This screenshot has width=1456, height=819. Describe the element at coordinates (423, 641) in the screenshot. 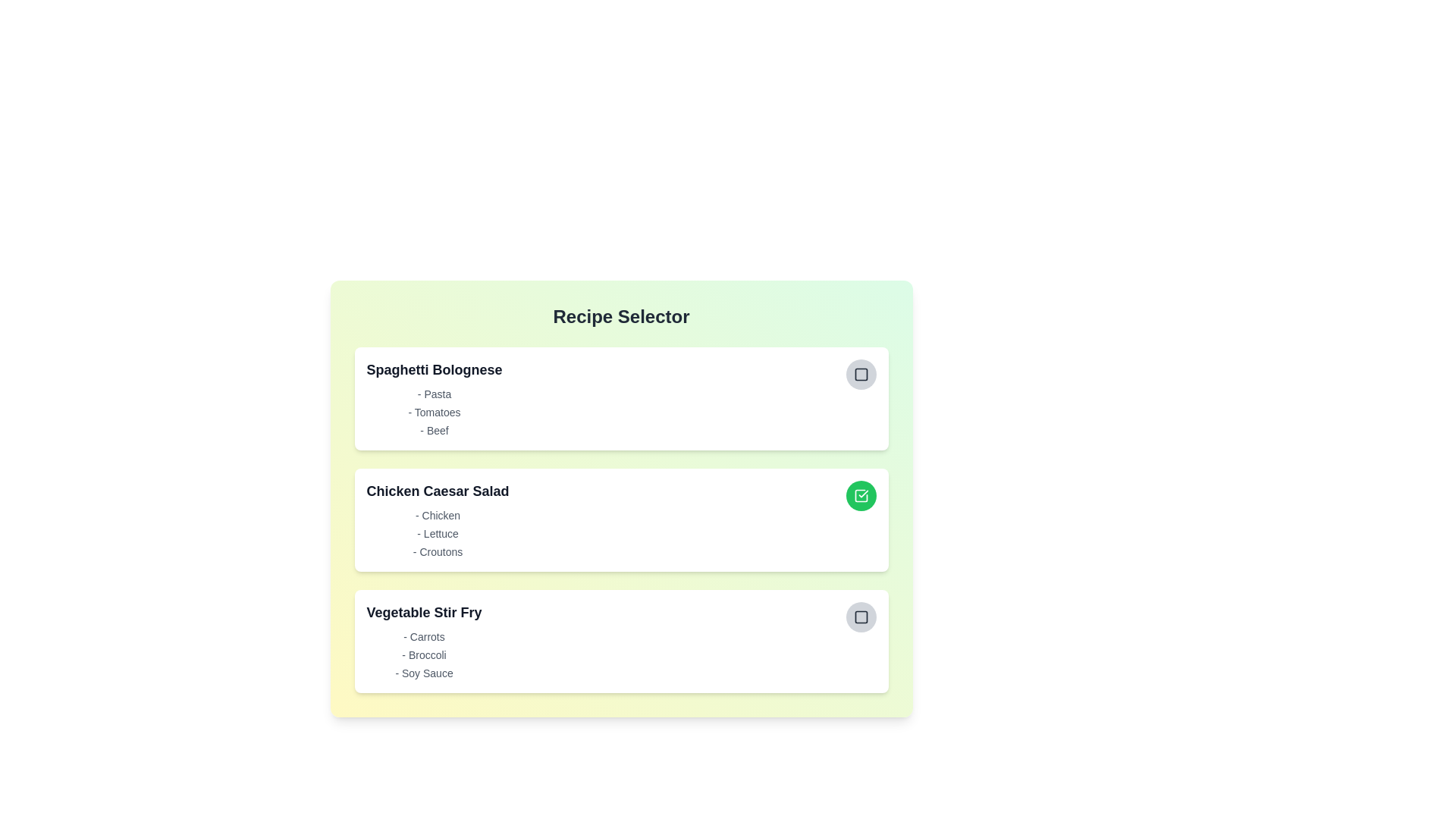

I see `the recipe Vegetable Stir Fry to view its ingredients` at that location.